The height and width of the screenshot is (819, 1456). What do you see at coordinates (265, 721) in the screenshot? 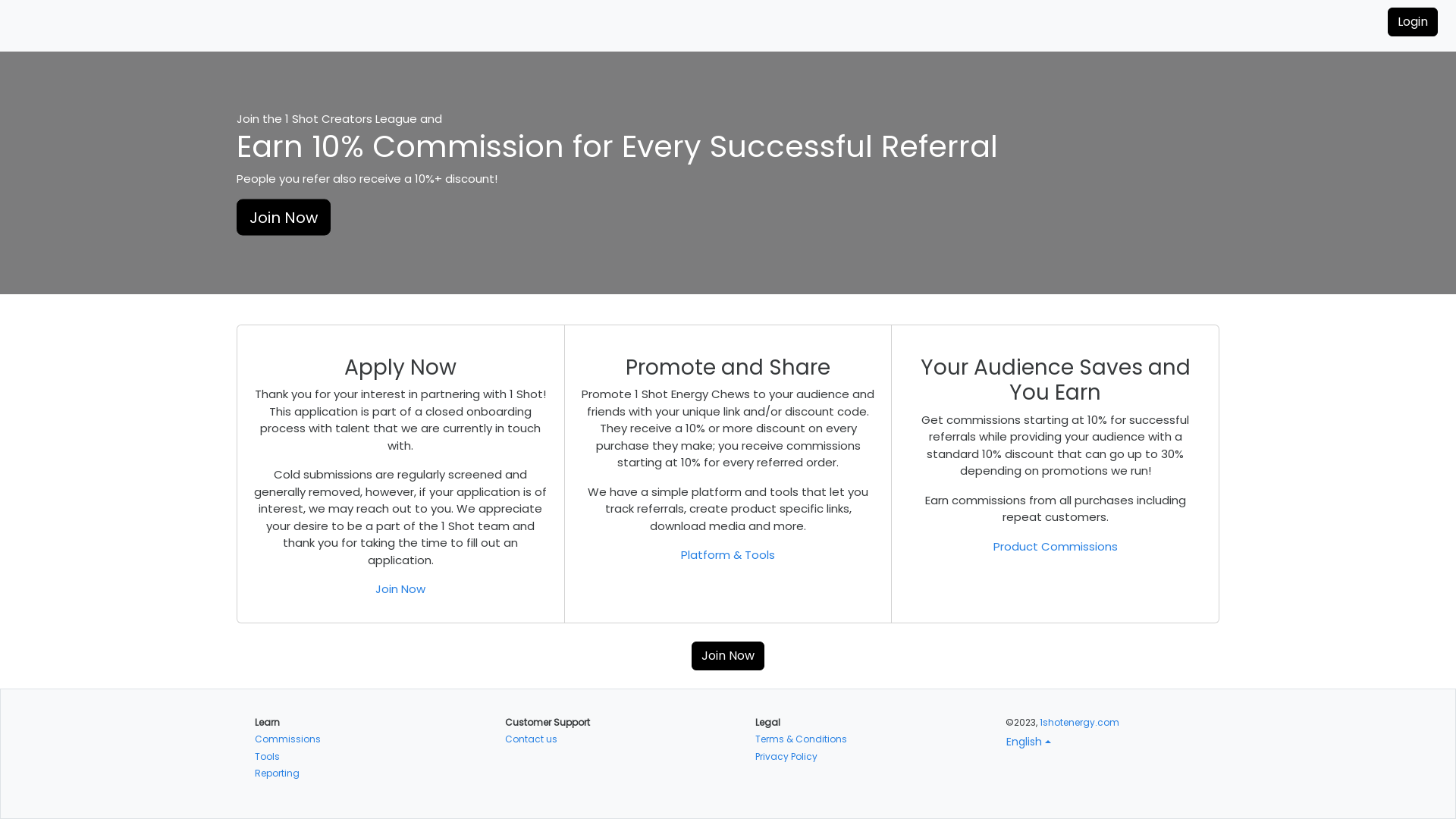
I see `'Tools'` at bounding box center [265, 721].